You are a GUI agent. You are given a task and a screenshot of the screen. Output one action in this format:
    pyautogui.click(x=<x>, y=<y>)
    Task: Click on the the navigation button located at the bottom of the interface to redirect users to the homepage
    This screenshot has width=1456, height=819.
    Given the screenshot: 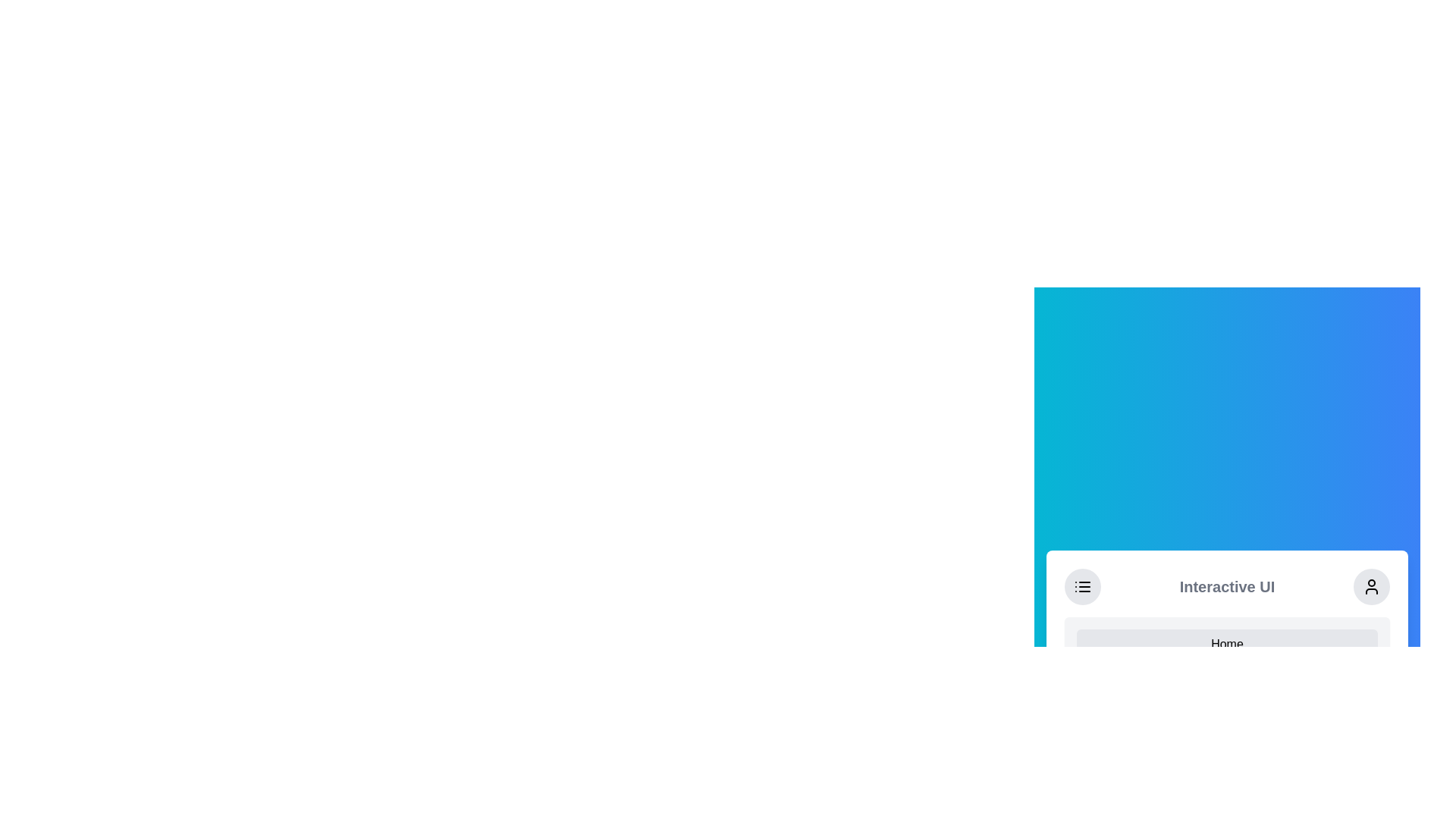 What is the action you would take?
    pyautogui.click(x=1227, y=644)
    